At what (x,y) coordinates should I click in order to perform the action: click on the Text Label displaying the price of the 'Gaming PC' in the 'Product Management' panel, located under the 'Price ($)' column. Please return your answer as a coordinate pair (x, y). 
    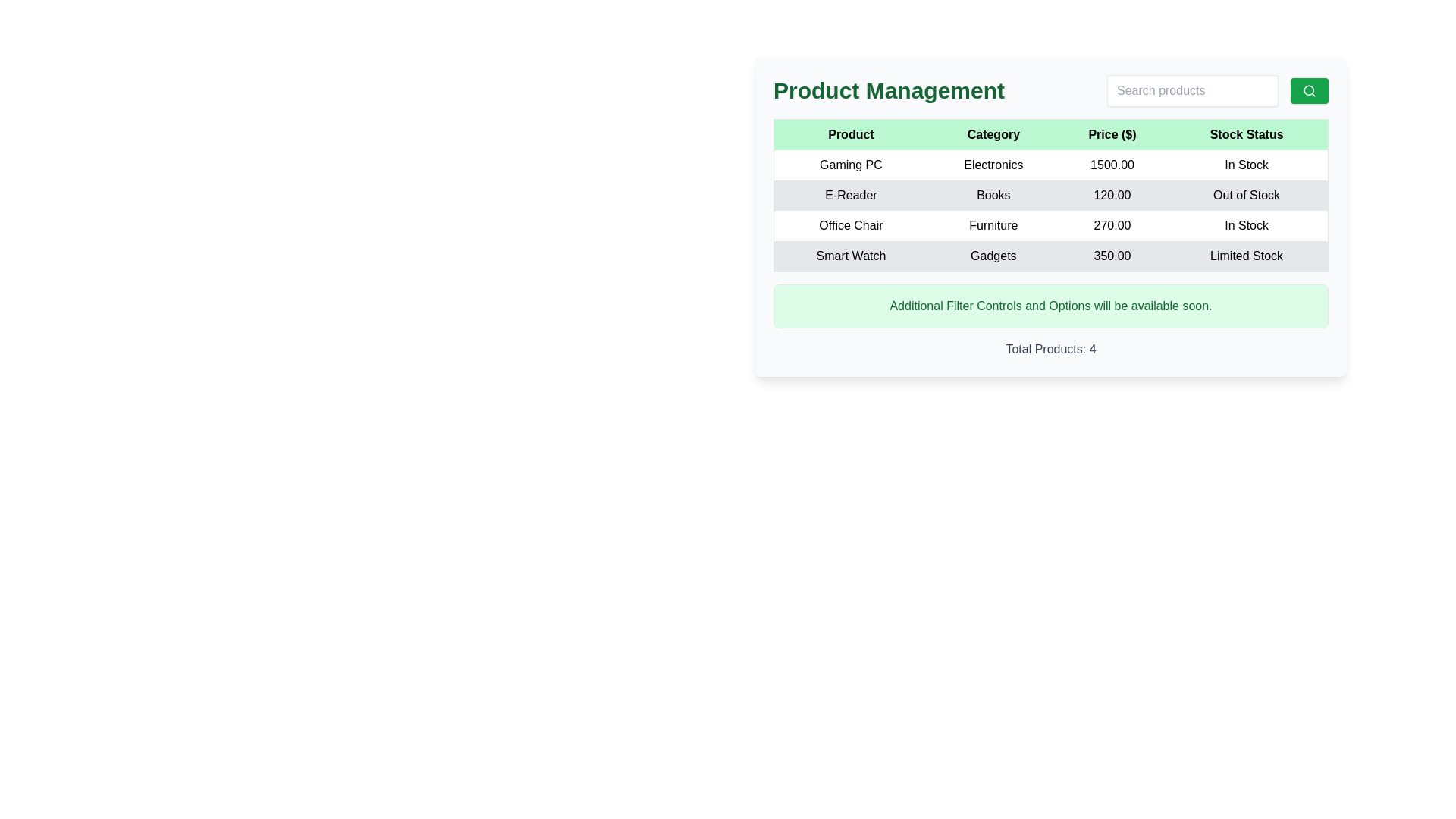
    Looking at the image, I should click on (1112, 165).